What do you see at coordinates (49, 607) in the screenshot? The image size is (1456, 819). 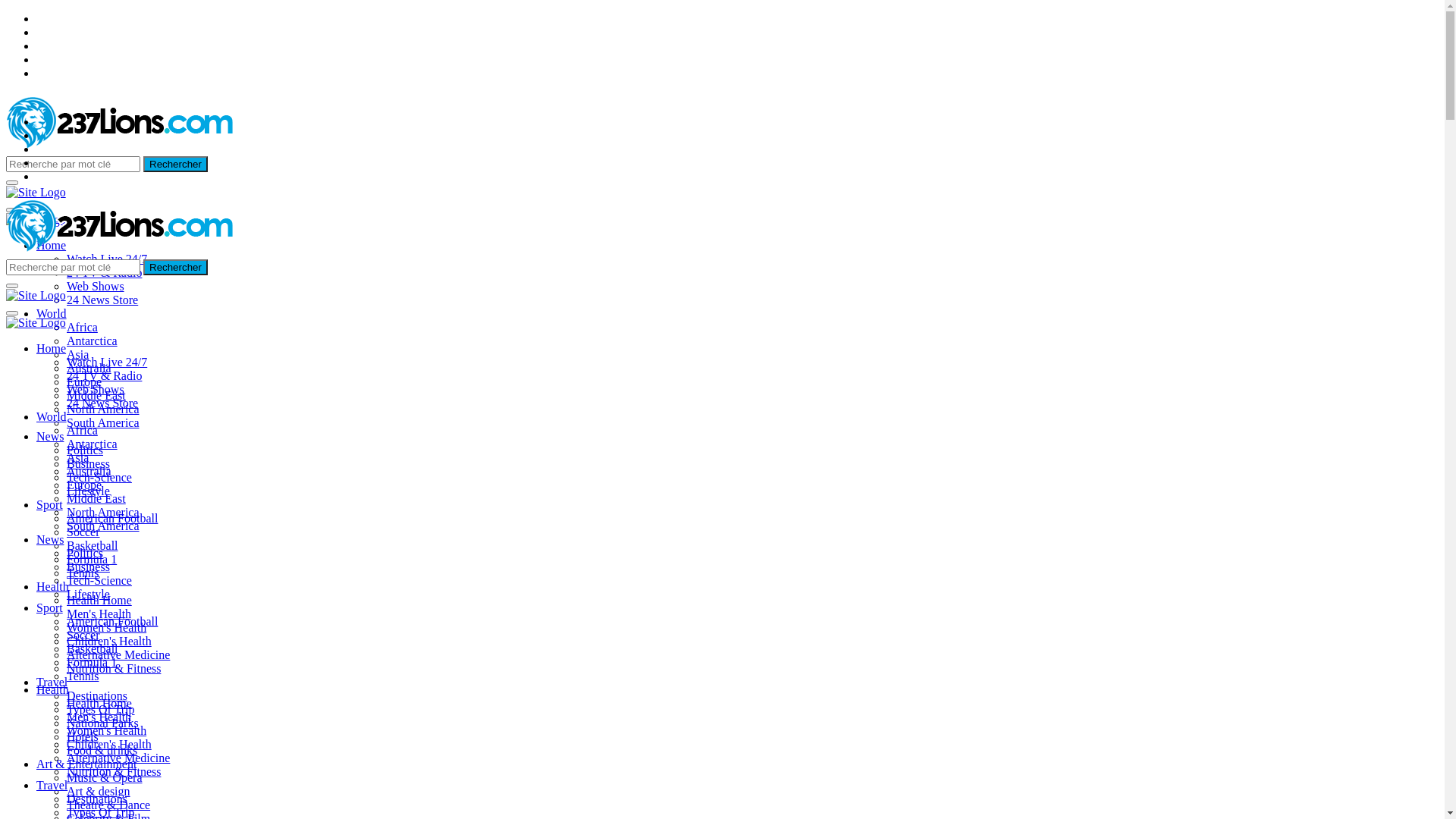 I see `'Sport'` at bounding box center [49, 607].